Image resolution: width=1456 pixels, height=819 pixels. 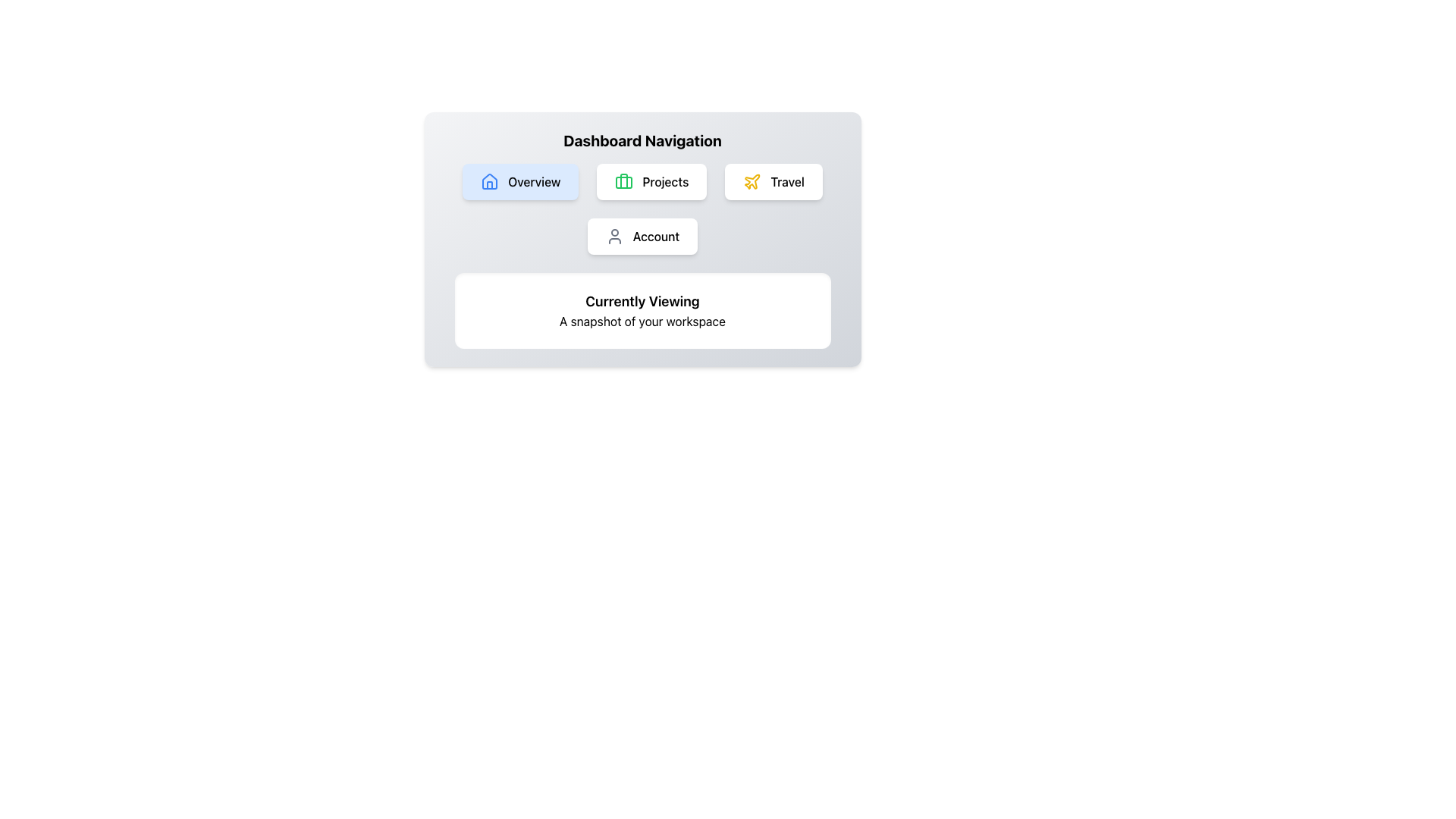 I want to click on the 'Projects' button located in the upper portion of the interface within the 'Dashboard Navigation' section to observe its hover effect, so click(x=651, y=180).